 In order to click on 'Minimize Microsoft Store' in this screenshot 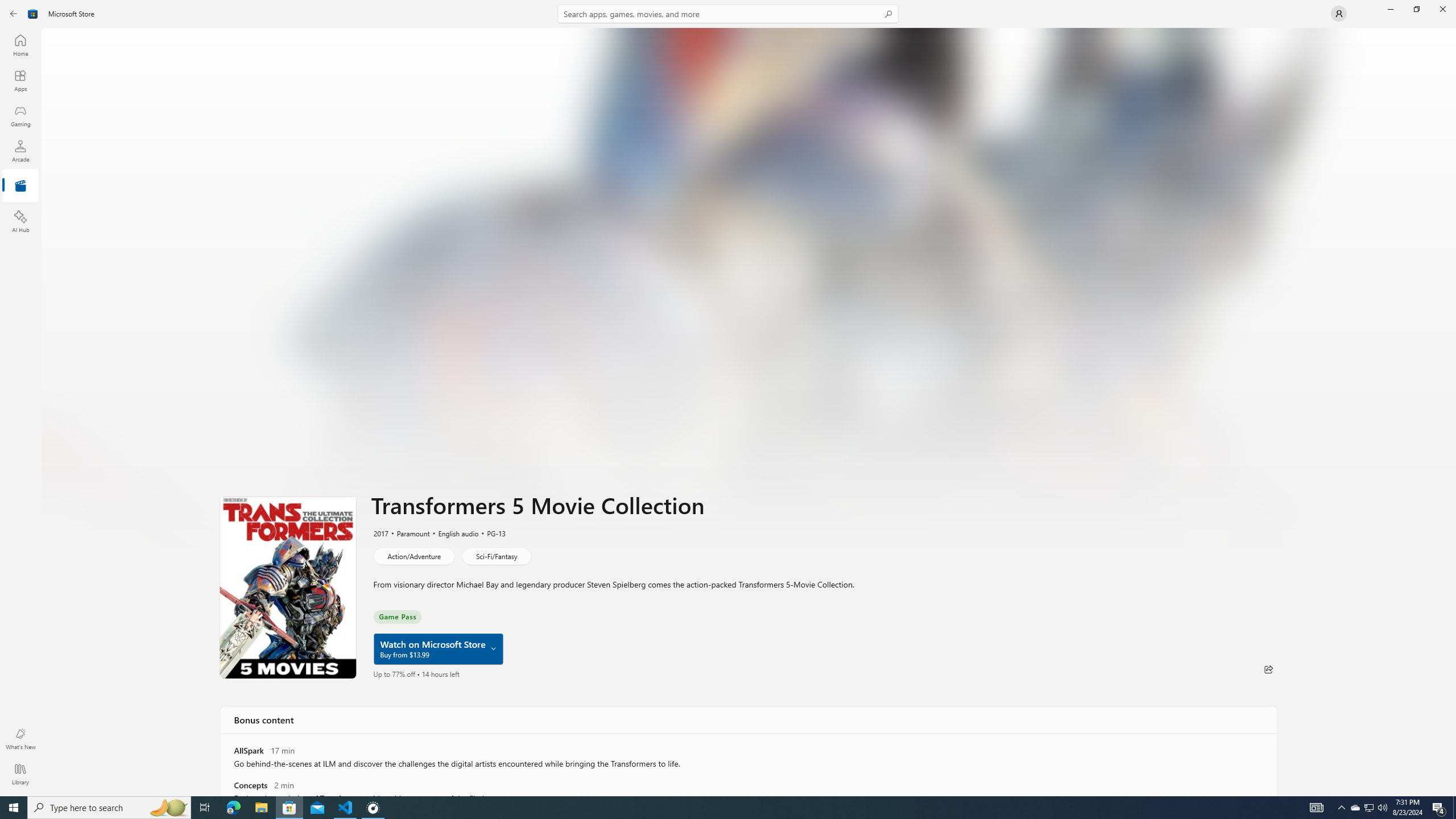, I will do `click(1389, 9)`.